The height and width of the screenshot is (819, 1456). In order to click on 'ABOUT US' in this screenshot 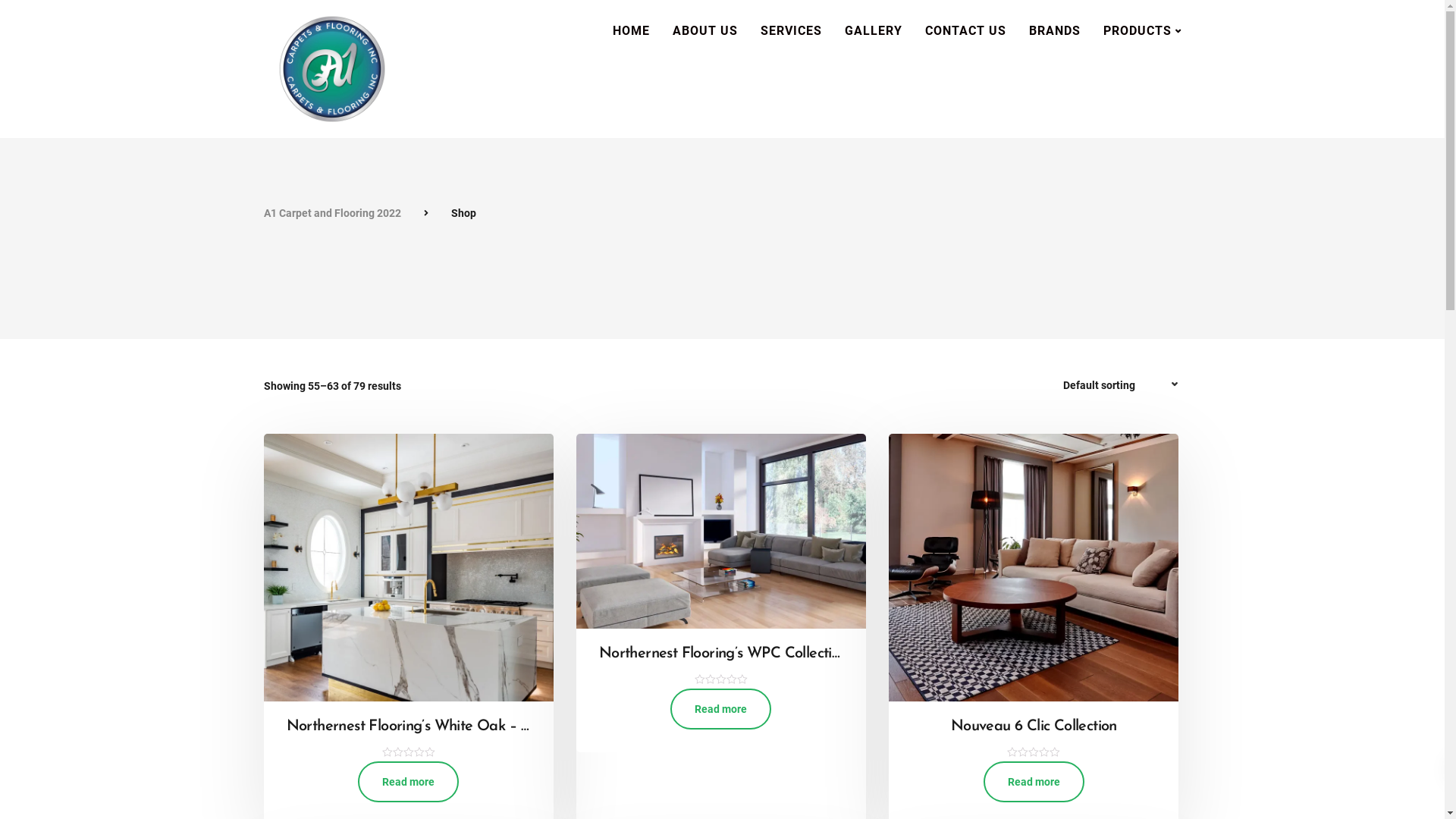, I will do `click(704, 31)`.